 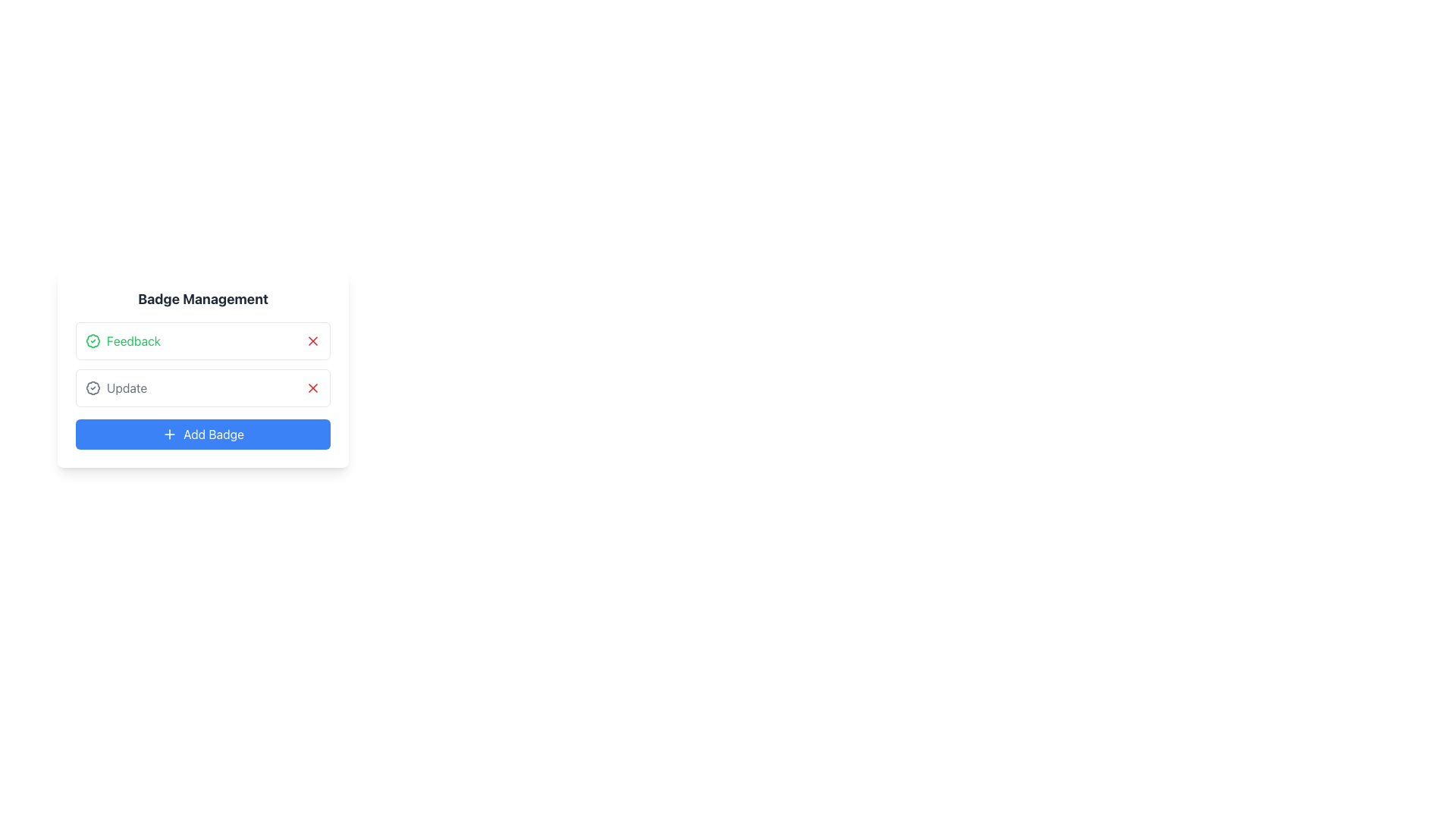 What do you see at coordinates (93, 388) in the screenshot?
I see `the circular outline of the badge icon located in the top-left corner of the 'Update' label under the 'Badge Management' section` at bounding box center [93, 388].